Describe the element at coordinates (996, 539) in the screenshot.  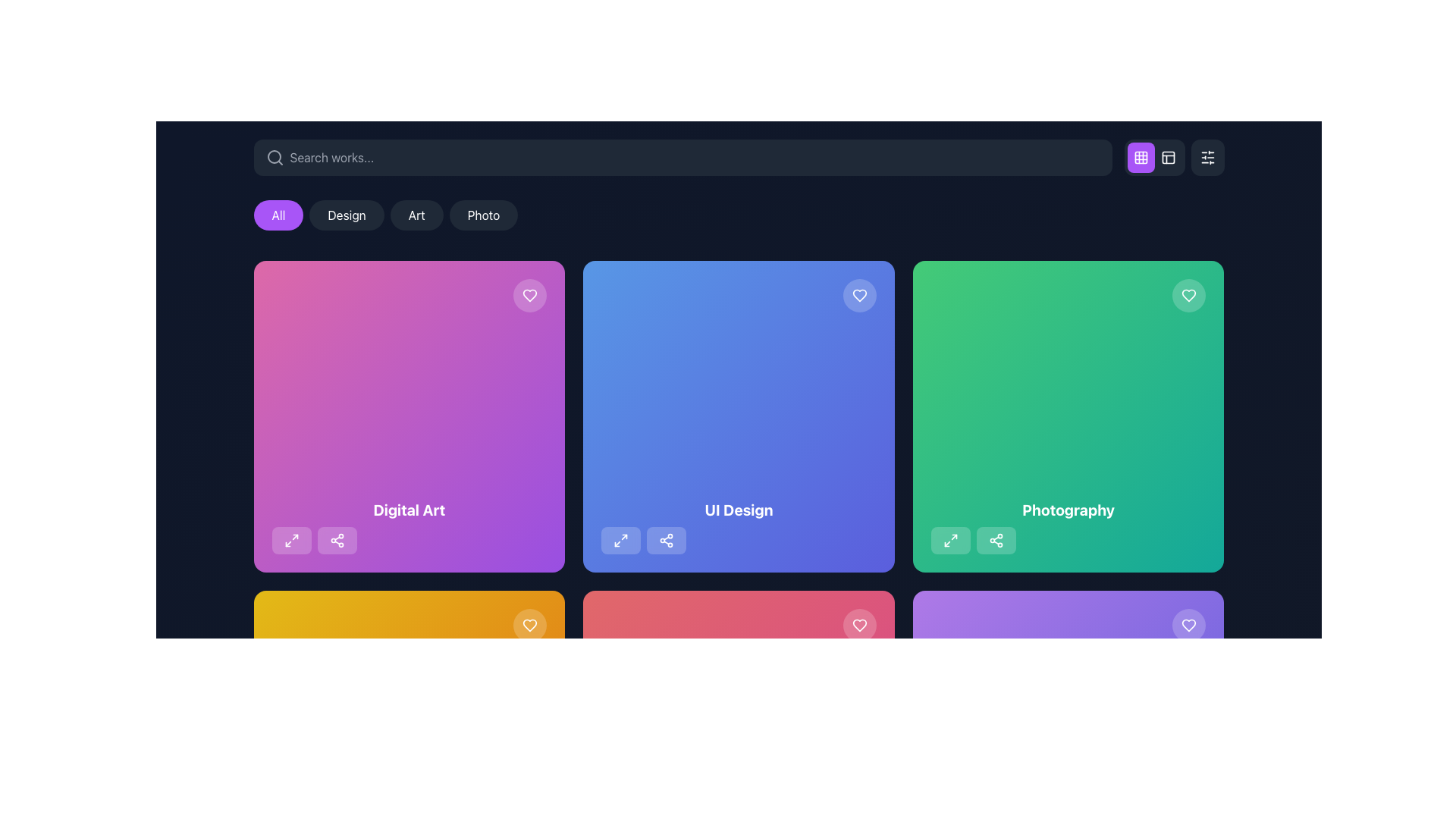
I see `the share icon located in the bottom-right corner of the green 'Photography' card` at that location.